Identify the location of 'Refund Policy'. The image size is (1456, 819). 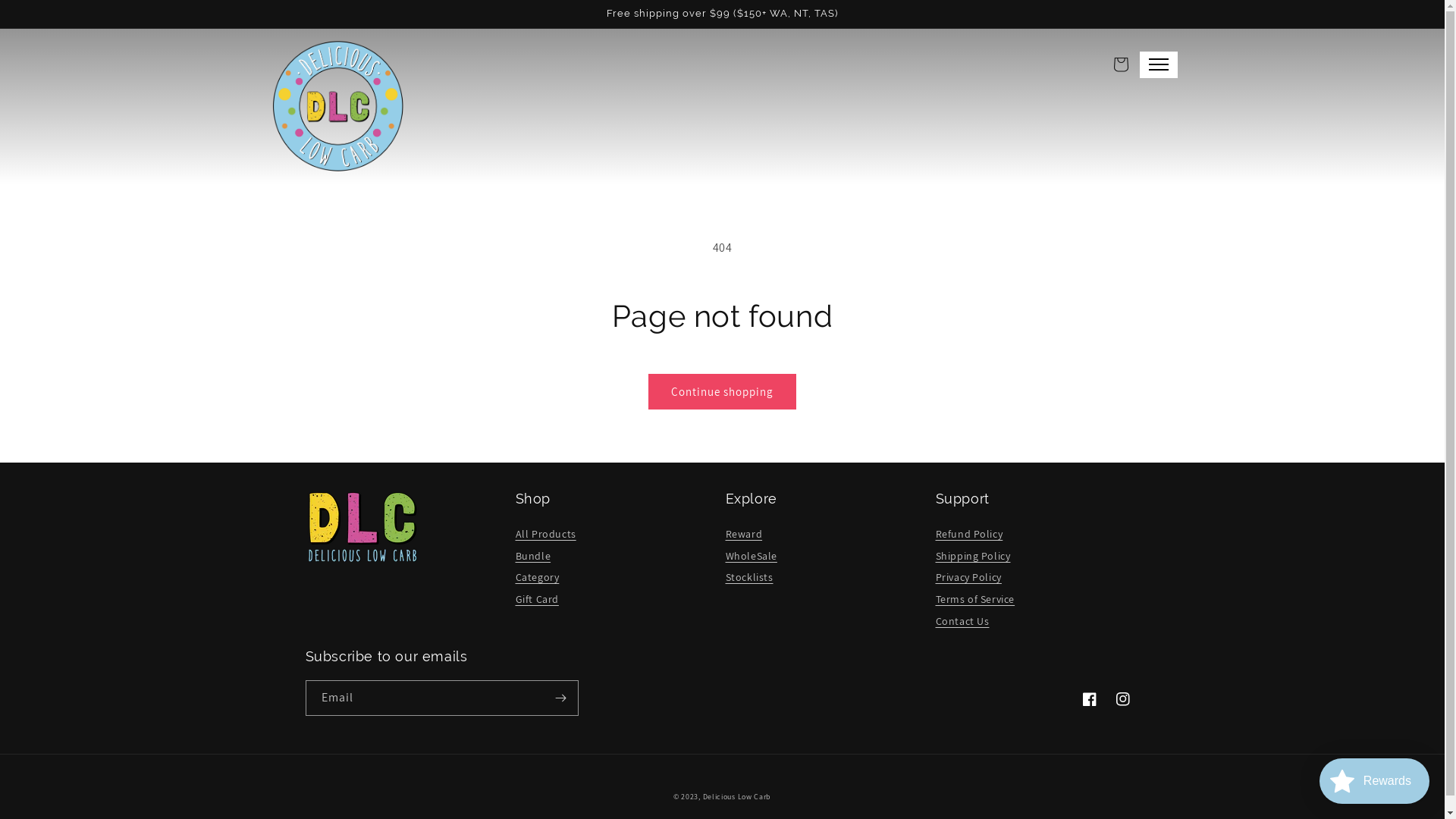
(968, 533).